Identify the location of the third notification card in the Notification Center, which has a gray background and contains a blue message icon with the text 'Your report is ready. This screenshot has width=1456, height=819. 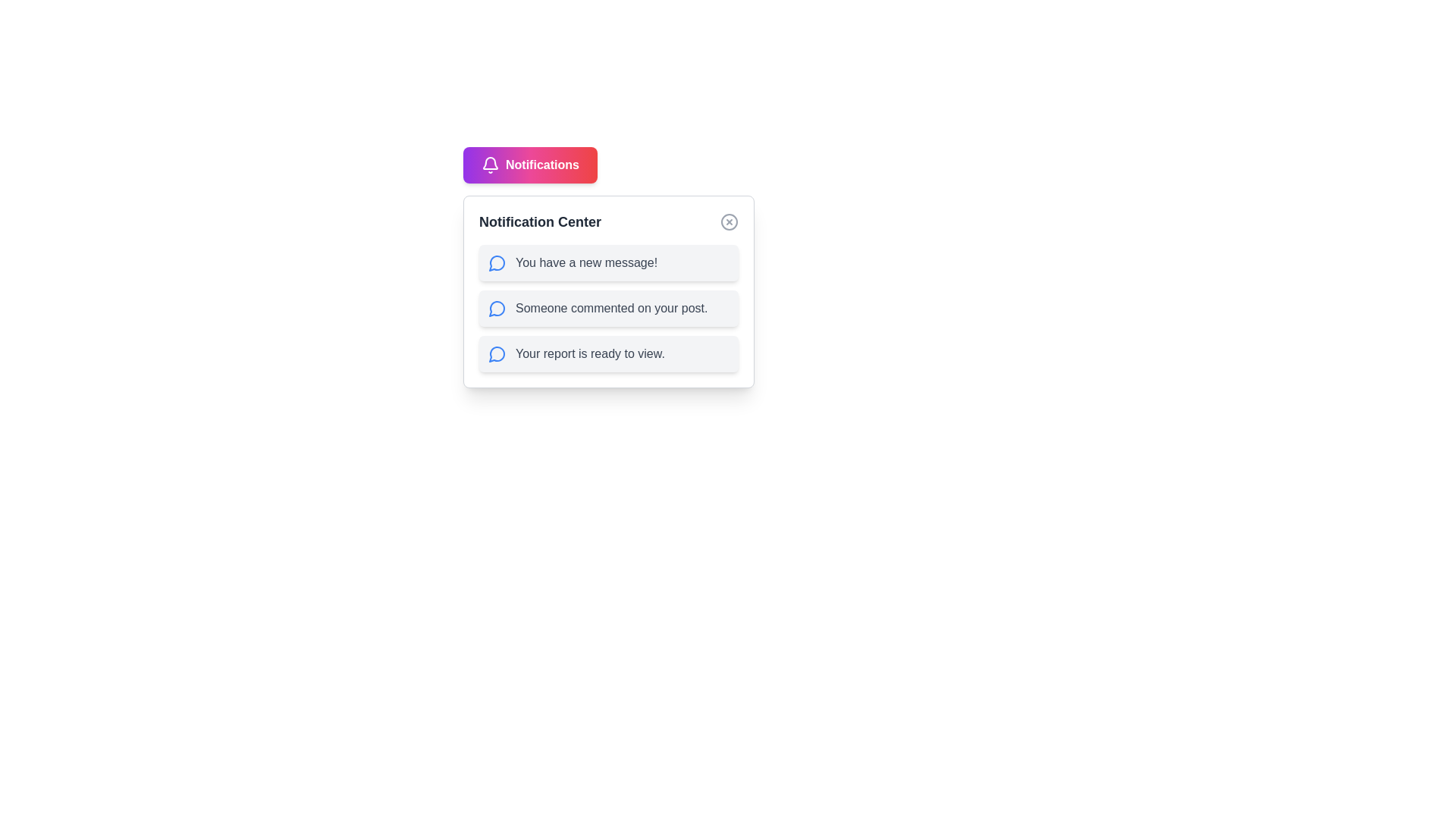
(608, 353).